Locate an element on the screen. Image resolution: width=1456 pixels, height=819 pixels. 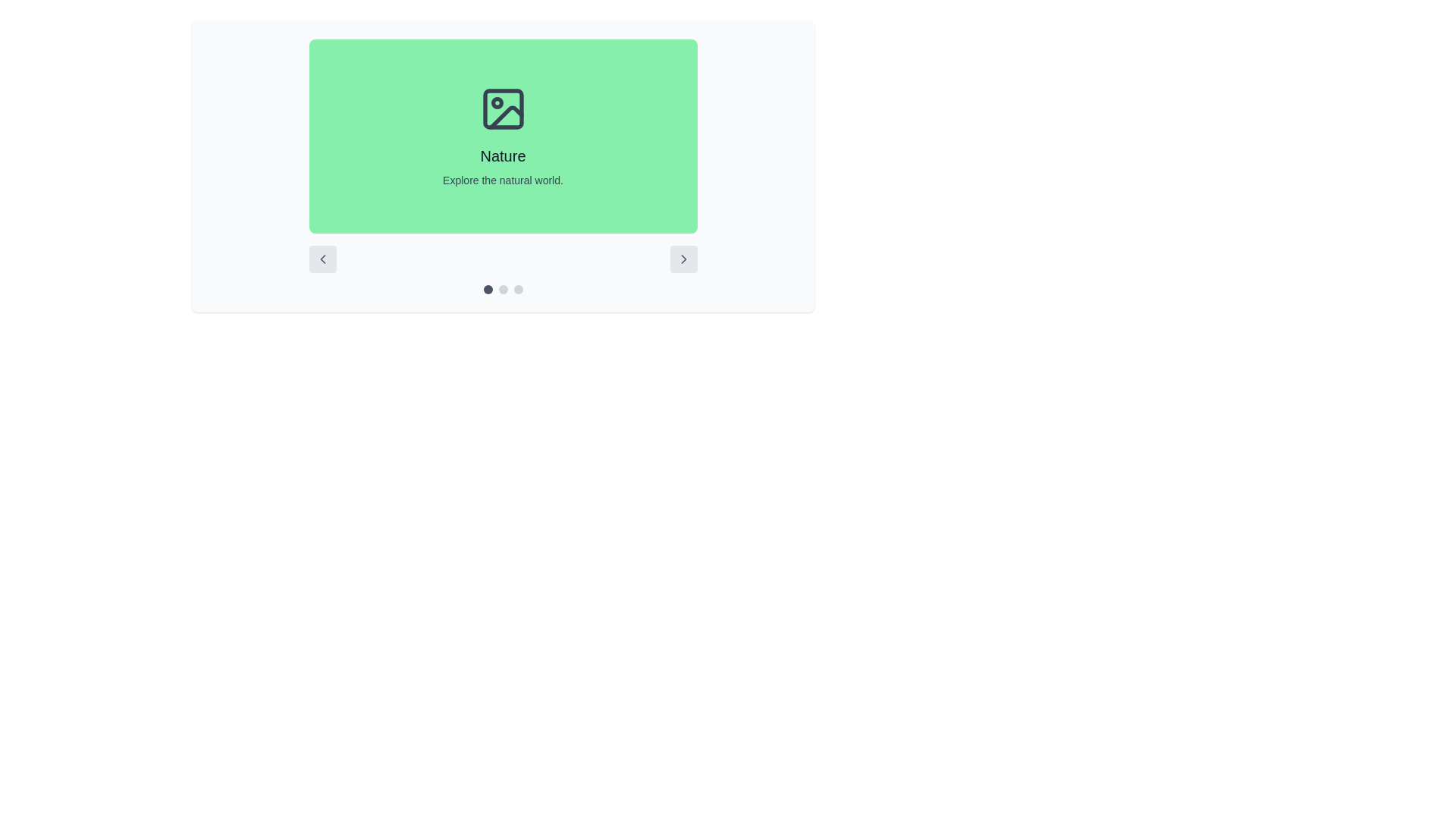
the 'Nature' icon located at the center of the green box, which is directly above the text 'Nature' and 'Explore the natural world.' is located at coordinates (503, 108).